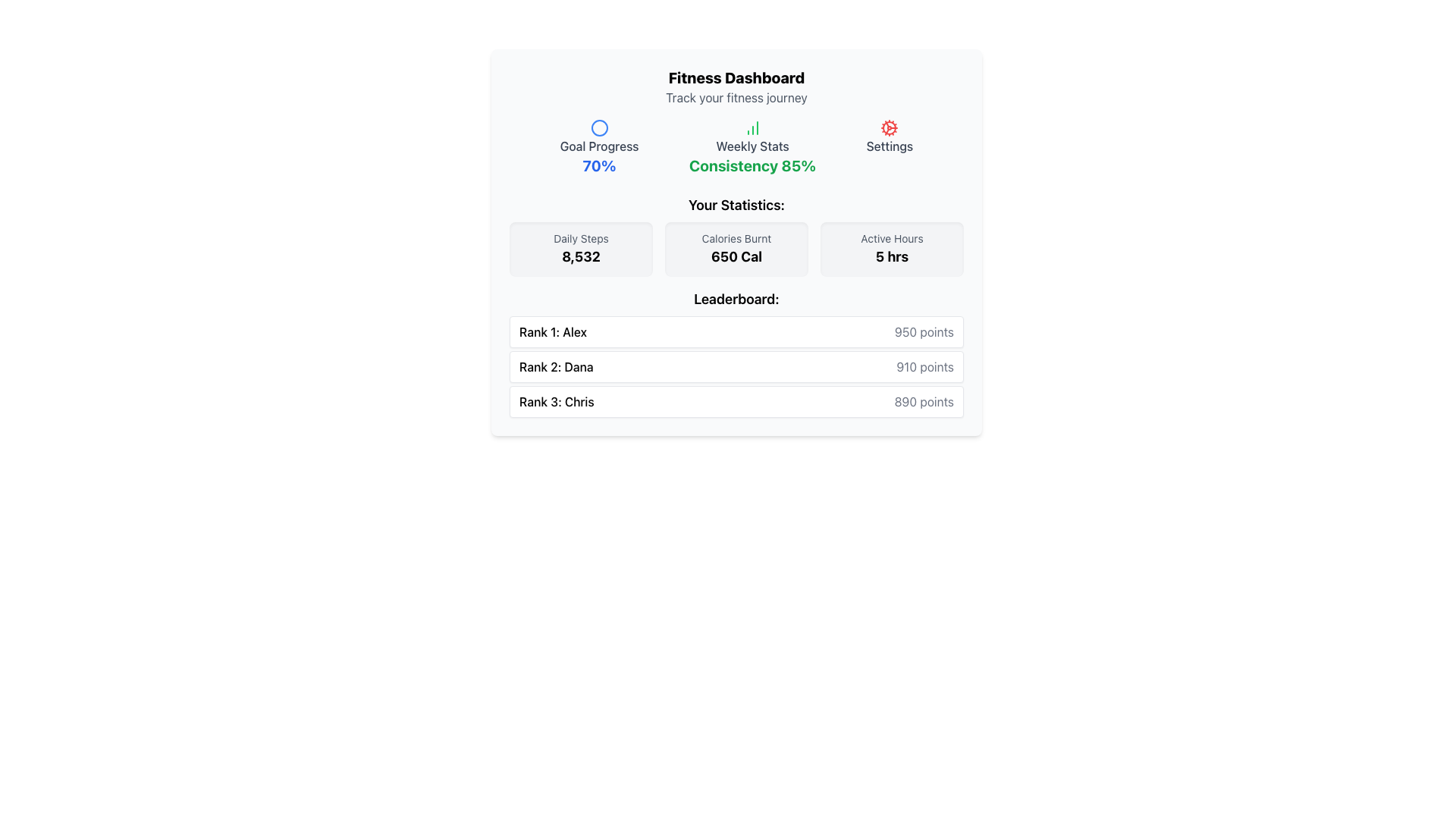 The height and width of the screenshot is (819, 1456). I want to click on text displayed in the Static Text Label indicating the rank and name of the participant ('Rank 3: Chris') in the leaderboard, located in the third row of the leaderboard list, so click(556, 400).